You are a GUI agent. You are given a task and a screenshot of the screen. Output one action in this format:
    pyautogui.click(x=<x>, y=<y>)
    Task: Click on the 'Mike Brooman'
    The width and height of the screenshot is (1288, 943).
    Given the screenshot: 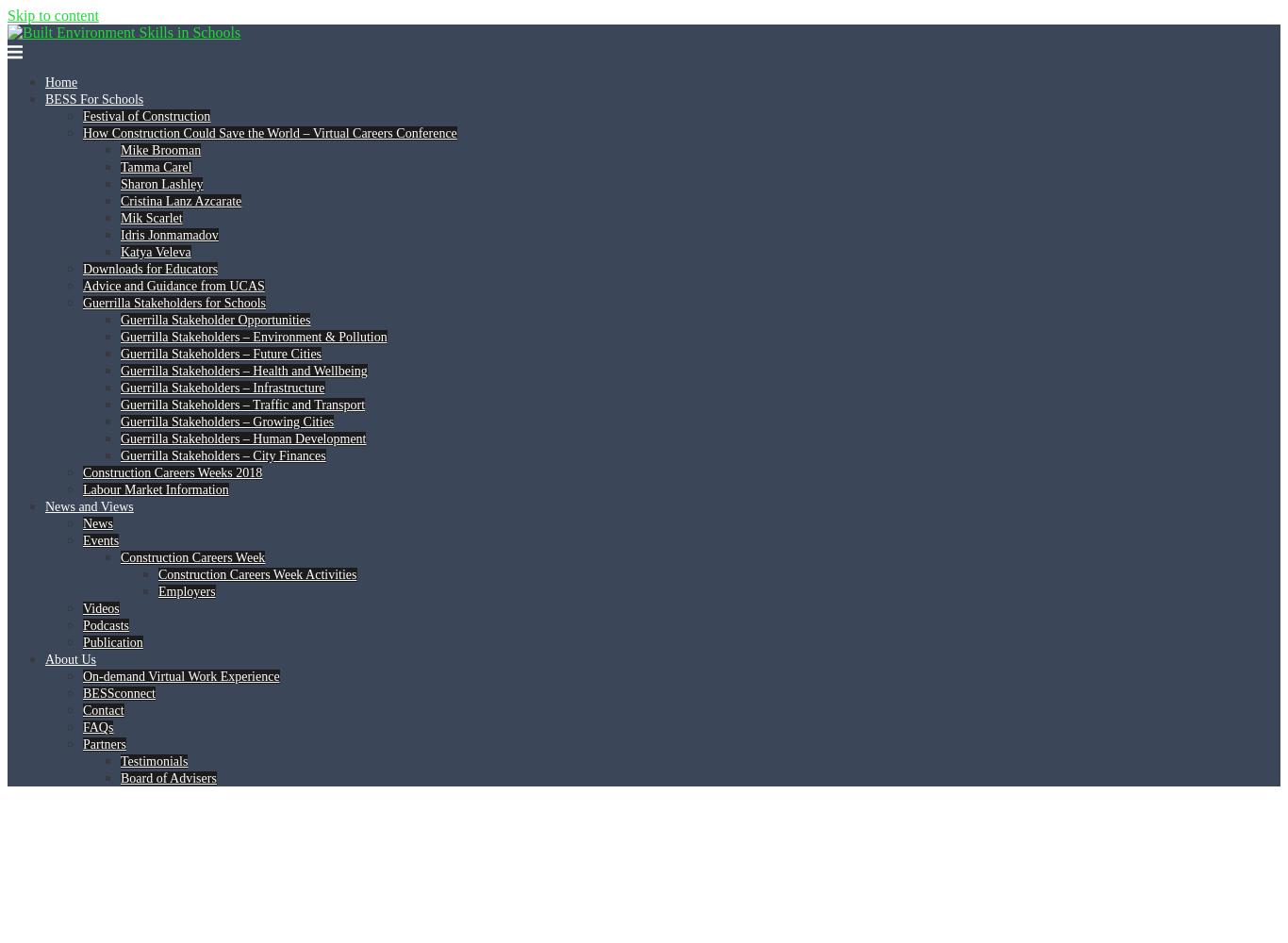 What is the action you would take?
    pyautogui.click(x=159, y=150)
    